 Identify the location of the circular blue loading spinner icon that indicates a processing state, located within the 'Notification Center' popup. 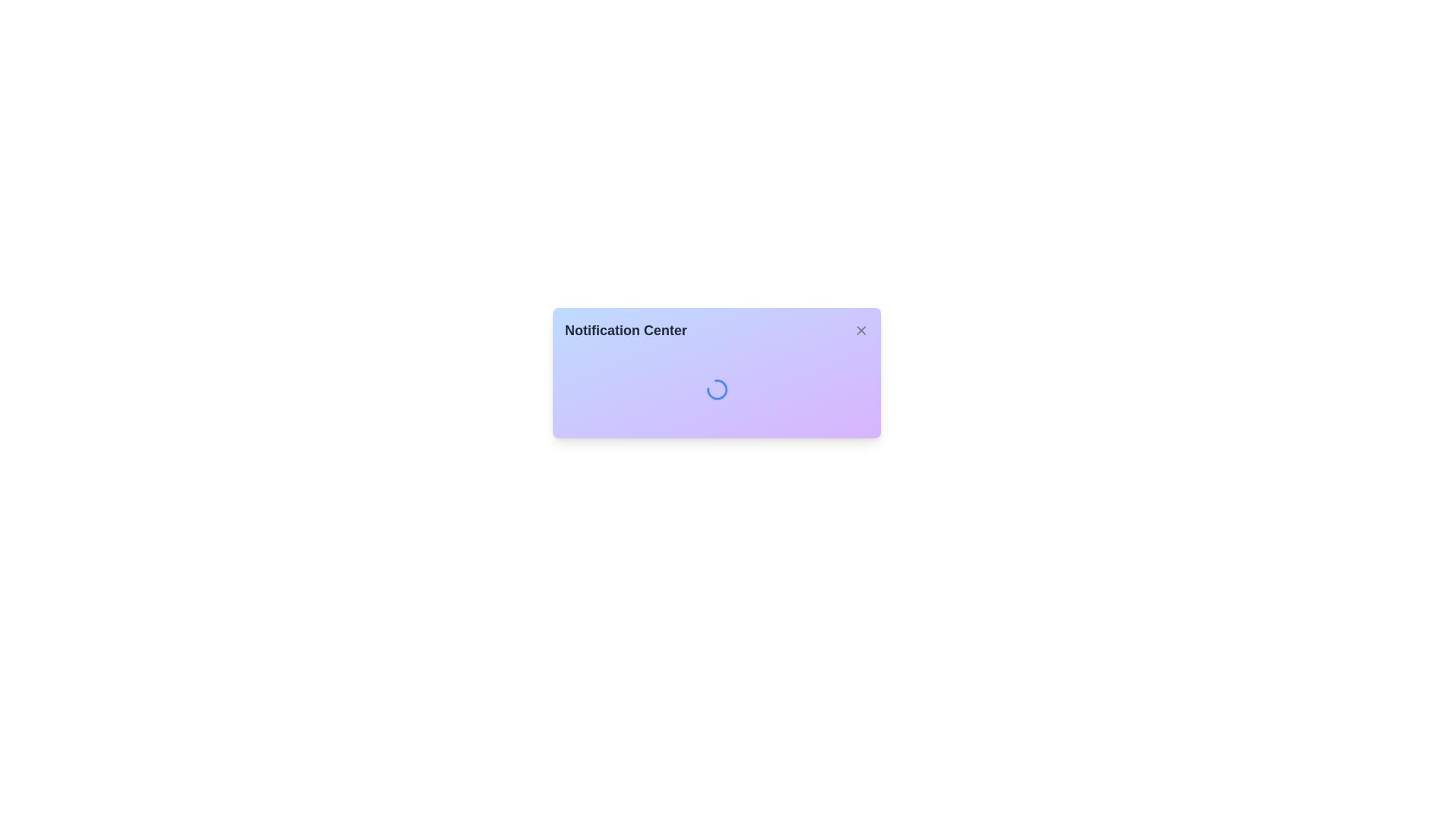
(716, 388).